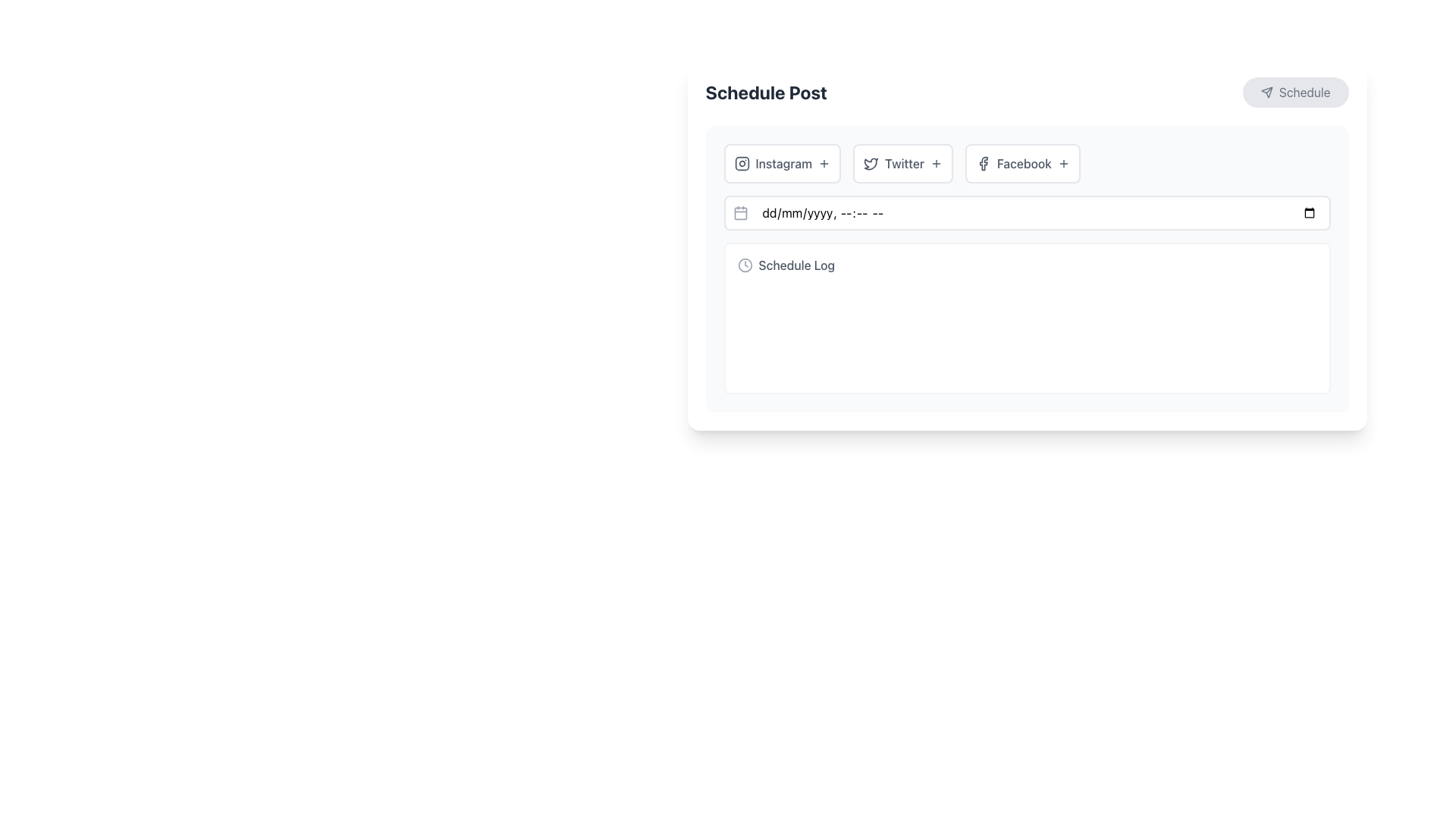 Image resolution: width=1456 pixels, height=819 pixels. I want to click on central rounded rectangular element that resembles the outline of a square within the Instagram logo, so click(742, 164).